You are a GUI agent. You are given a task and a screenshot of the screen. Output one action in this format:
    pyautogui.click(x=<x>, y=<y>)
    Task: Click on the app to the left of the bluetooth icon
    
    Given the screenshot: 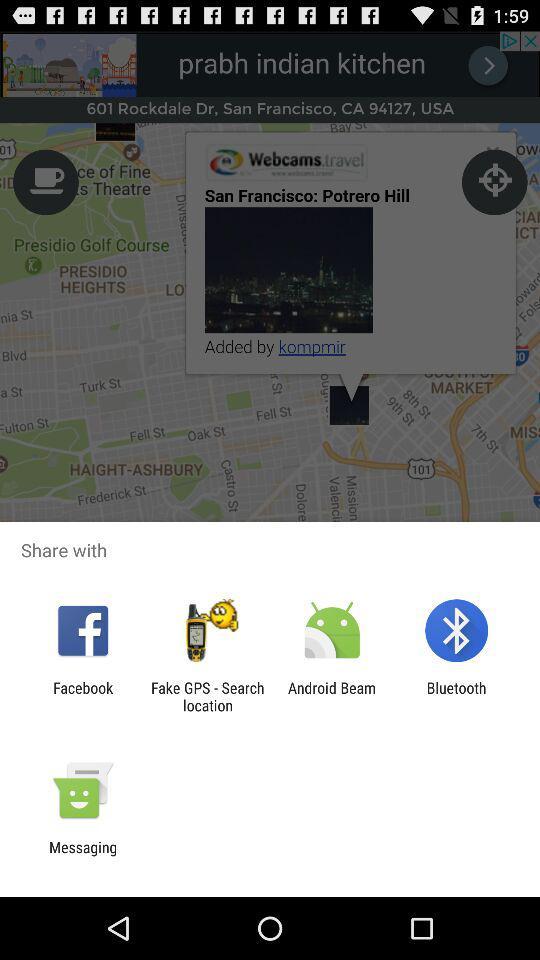 What is the action you would take?
    pyautogui.click(x=332, y=696)
    